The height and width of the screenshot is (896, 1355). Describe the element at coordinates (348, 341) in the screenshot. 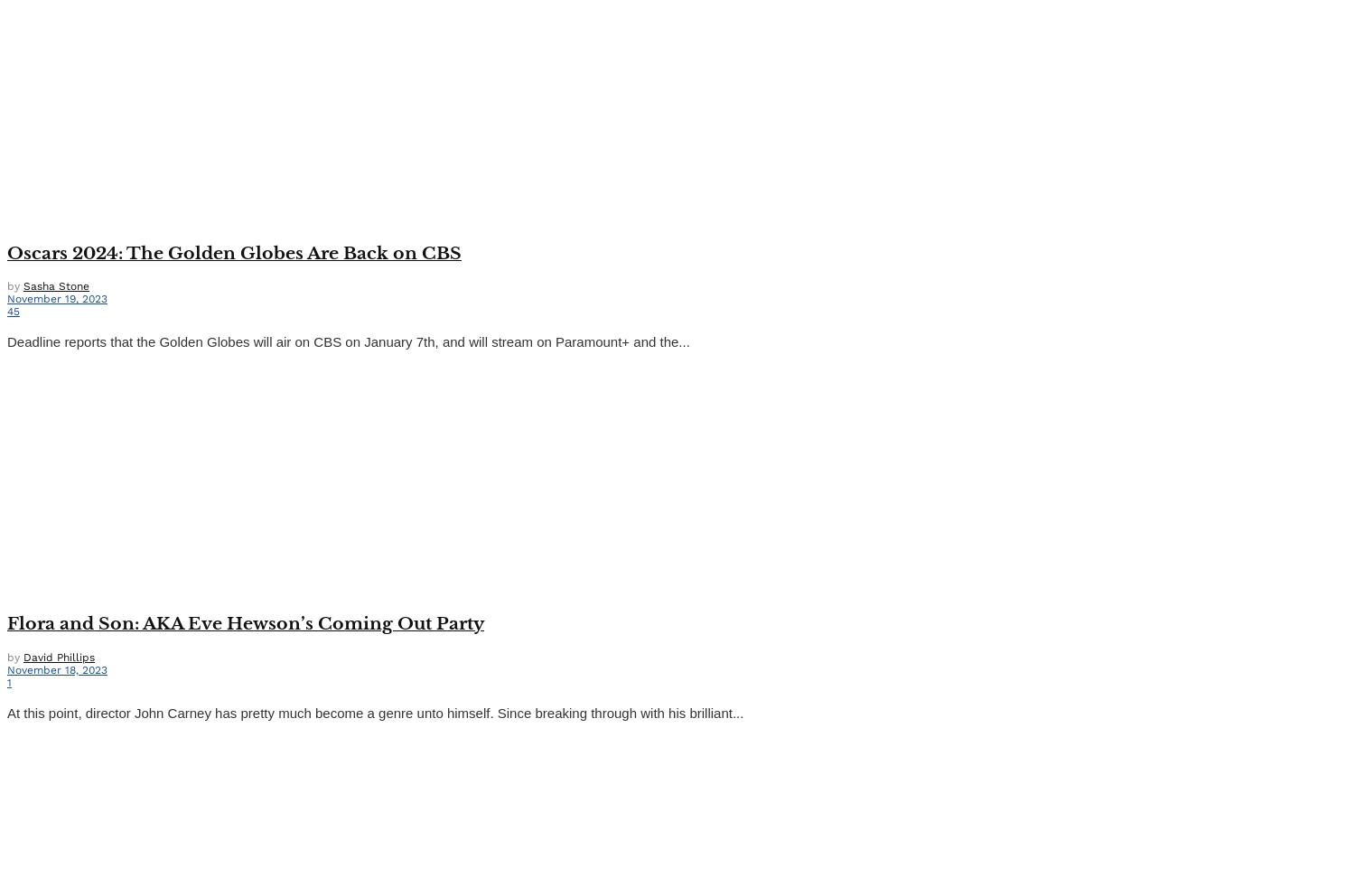

I see `'Deadline reports that the Golden Globes will air on CBS on January 7th, and will stream on Paramount+ and the...'` at that location.